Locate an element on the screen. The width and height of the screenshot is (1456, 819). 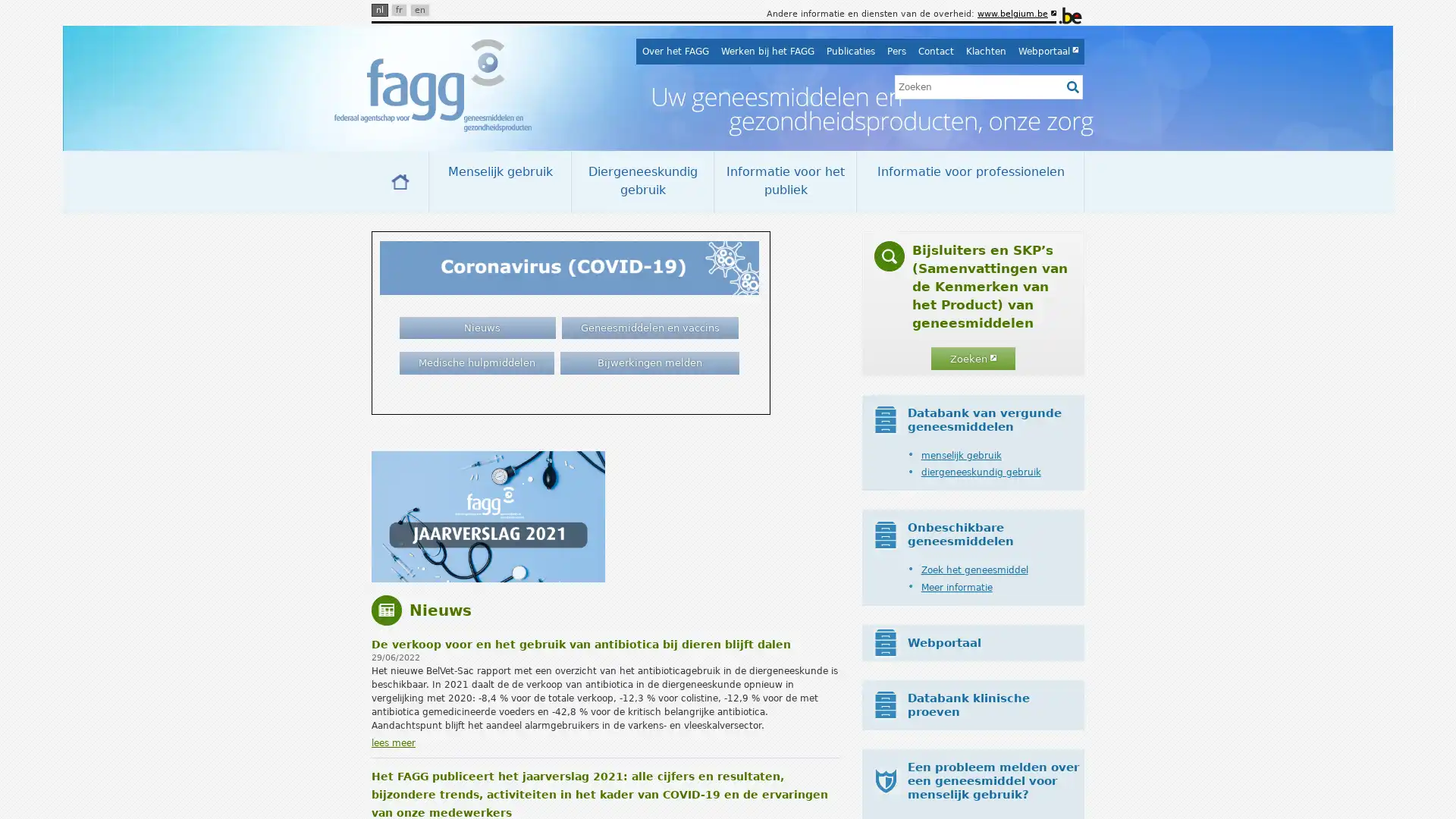
Nieuws is located at coordinates (476, 327).